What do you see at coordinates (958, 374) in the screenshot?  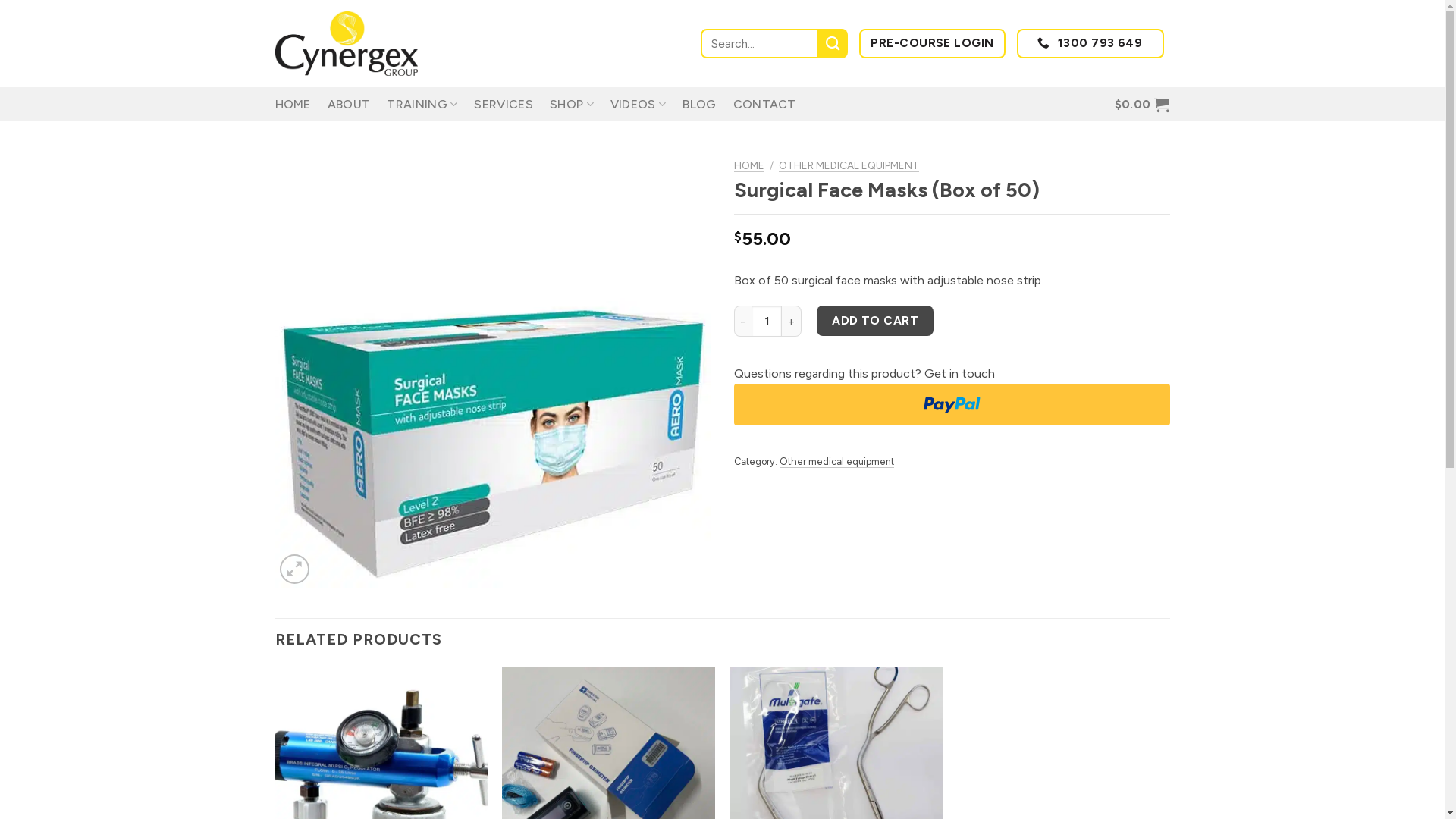 I see `'Get in touch'` at bounding box center [958, 374].